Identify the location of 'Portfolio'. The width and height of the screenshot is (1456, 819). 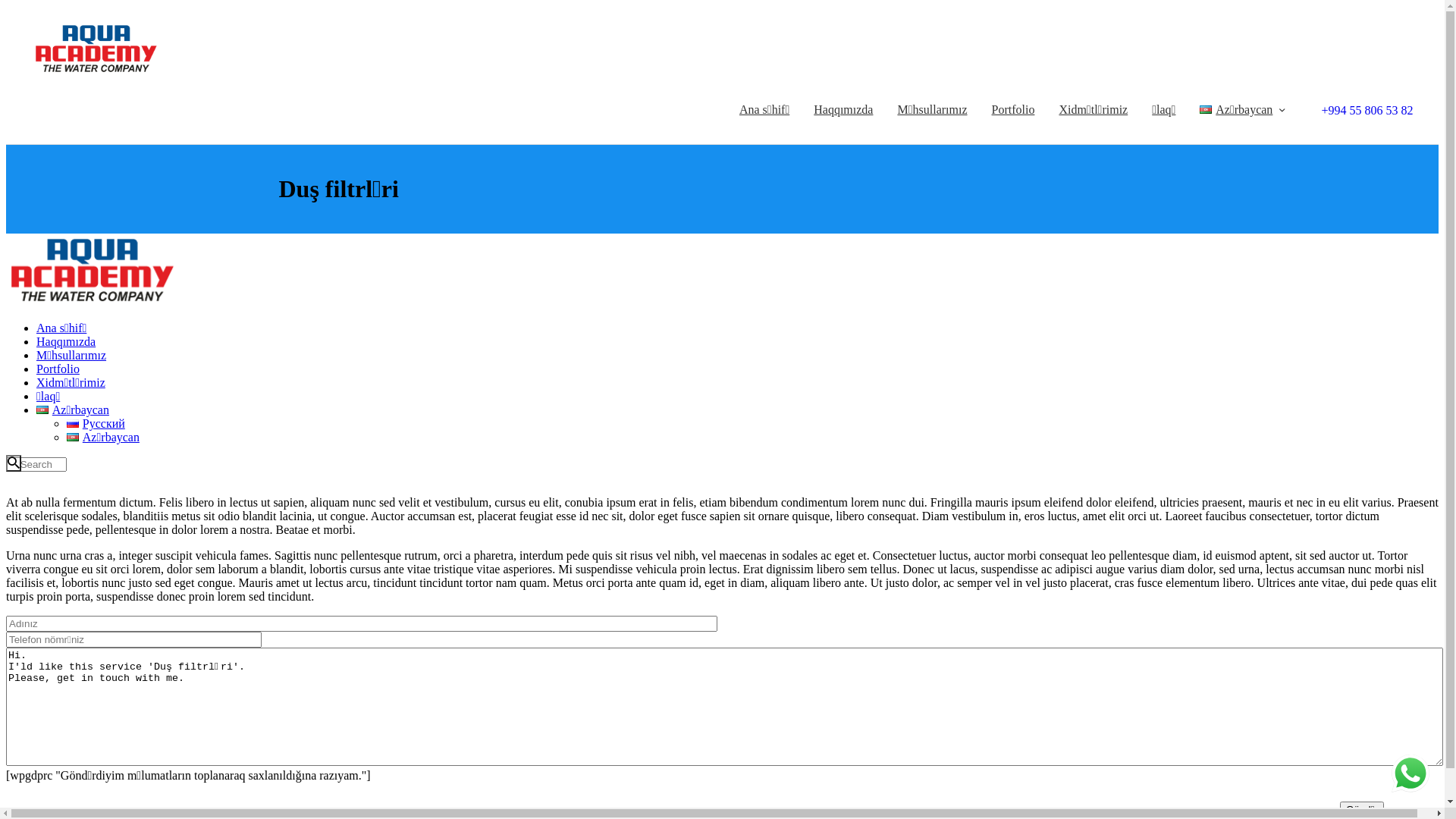
(1013, 109).